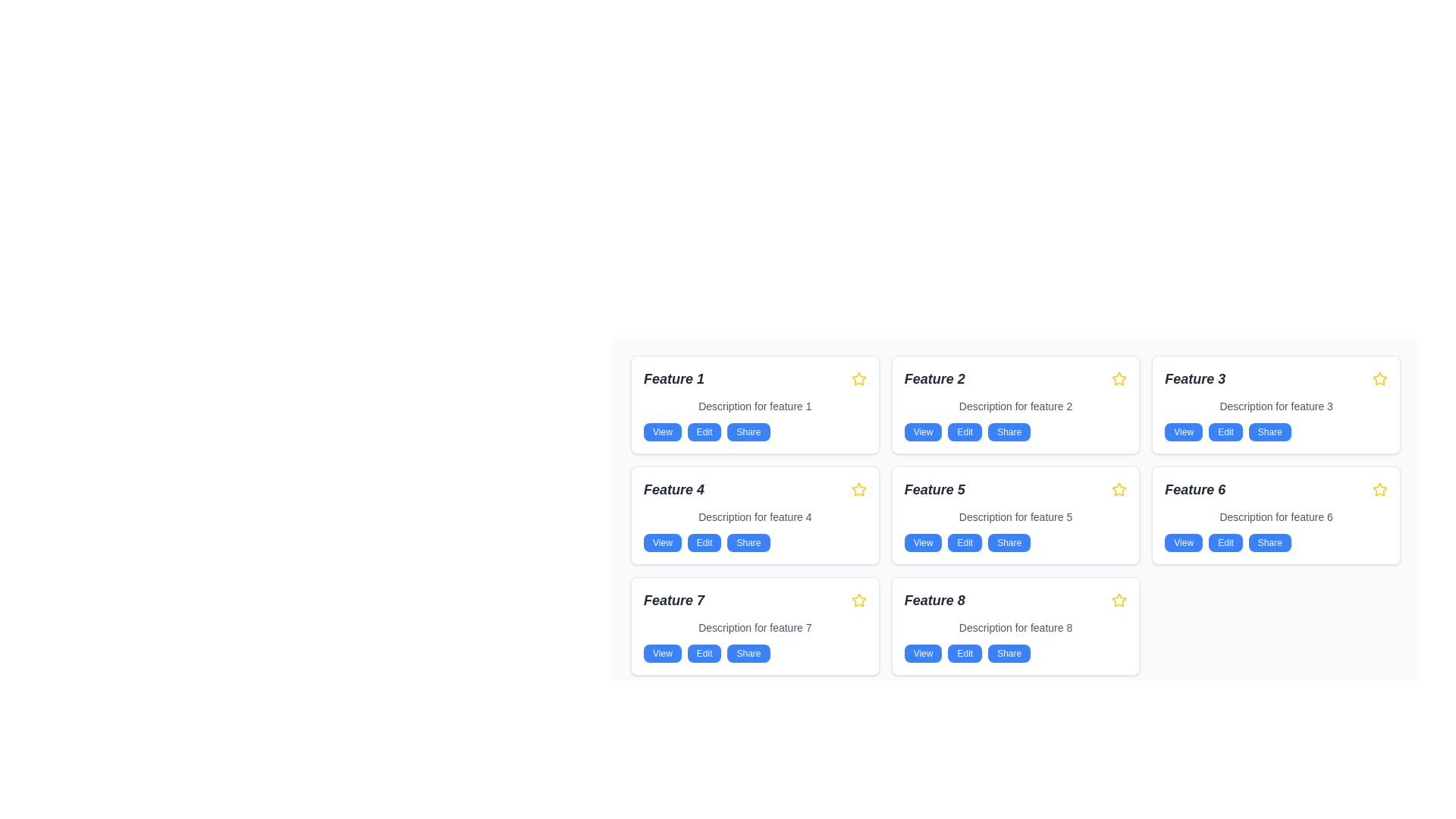 The image size is (1456, 819). What do you see at coordinates (922, 542) in the screenshot?
I see `the leftmost button labeled 'View' in the group of buttons for 'Feature 5' to change its appearance` at bounding box center [922, 542].